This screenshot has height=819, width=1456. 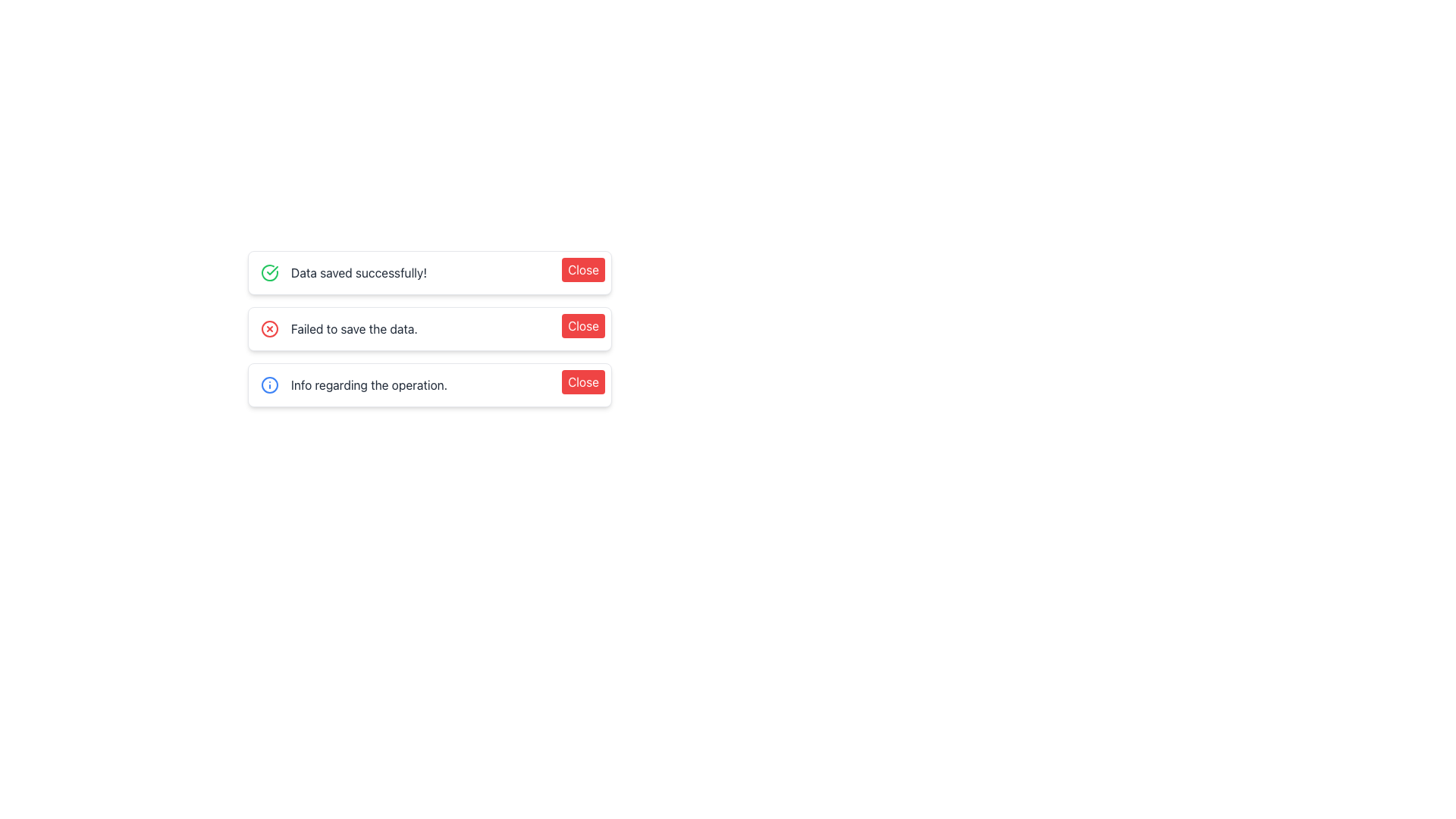 What do you see at coordinates (582, 325) in the screenshot?
I see `the dismiss button located in the top-right corner of the notification card that reads 'Failed to save the data.'` at bounding box center [582, 325].